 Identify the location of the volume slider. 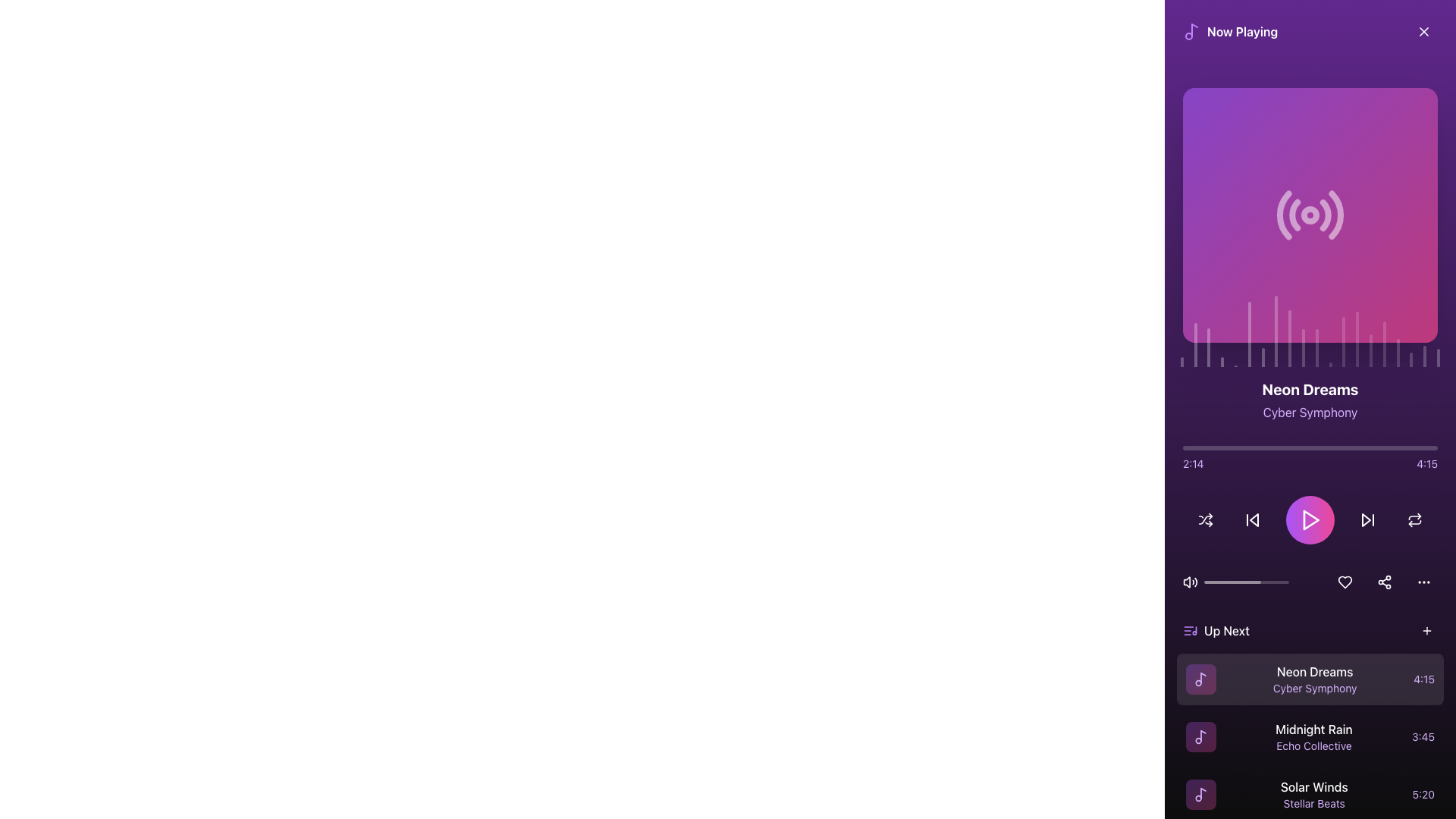
(1244, 581).